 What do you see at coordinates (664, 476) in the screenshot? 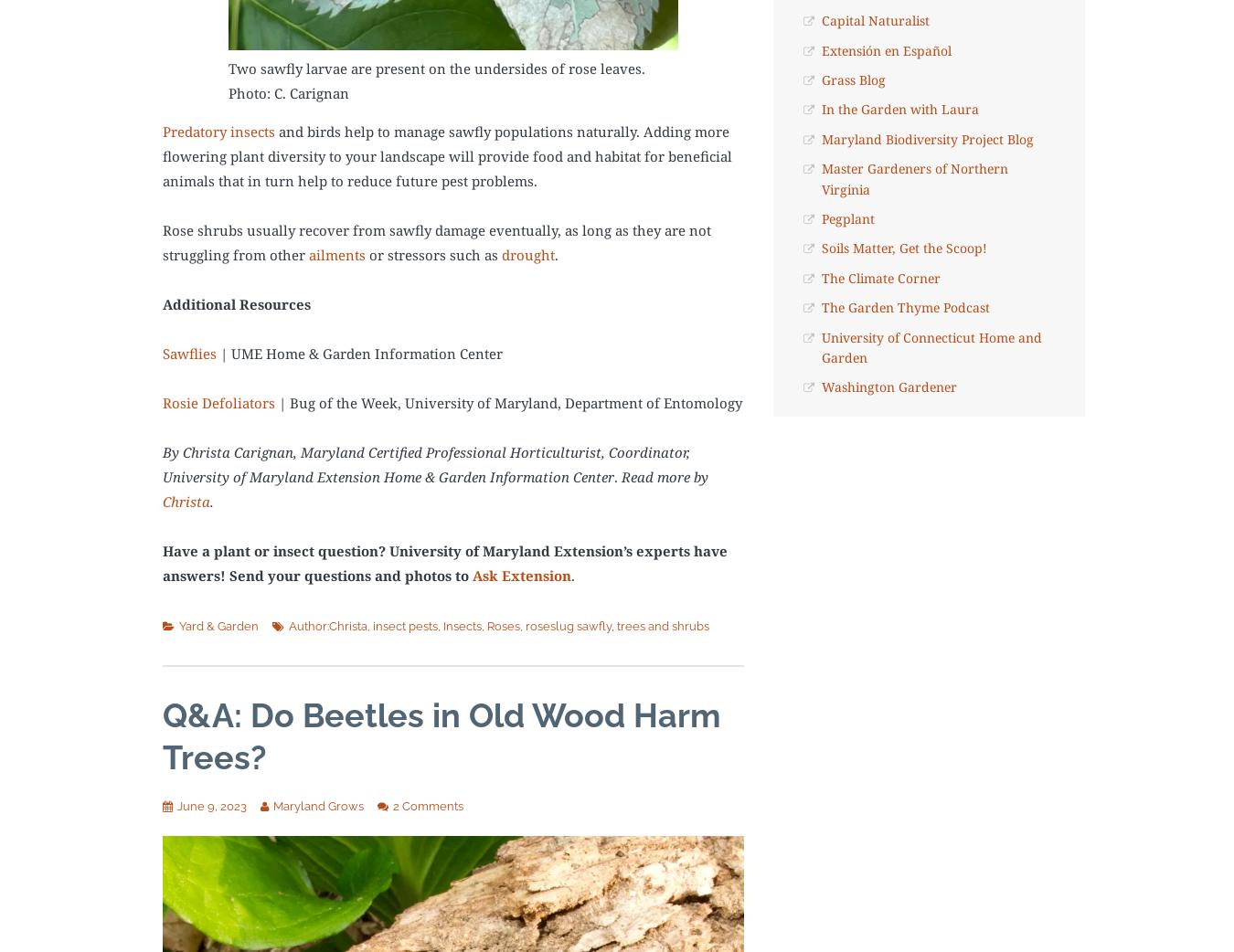
I see `'Read more by'` at bounding box center [664, 476].